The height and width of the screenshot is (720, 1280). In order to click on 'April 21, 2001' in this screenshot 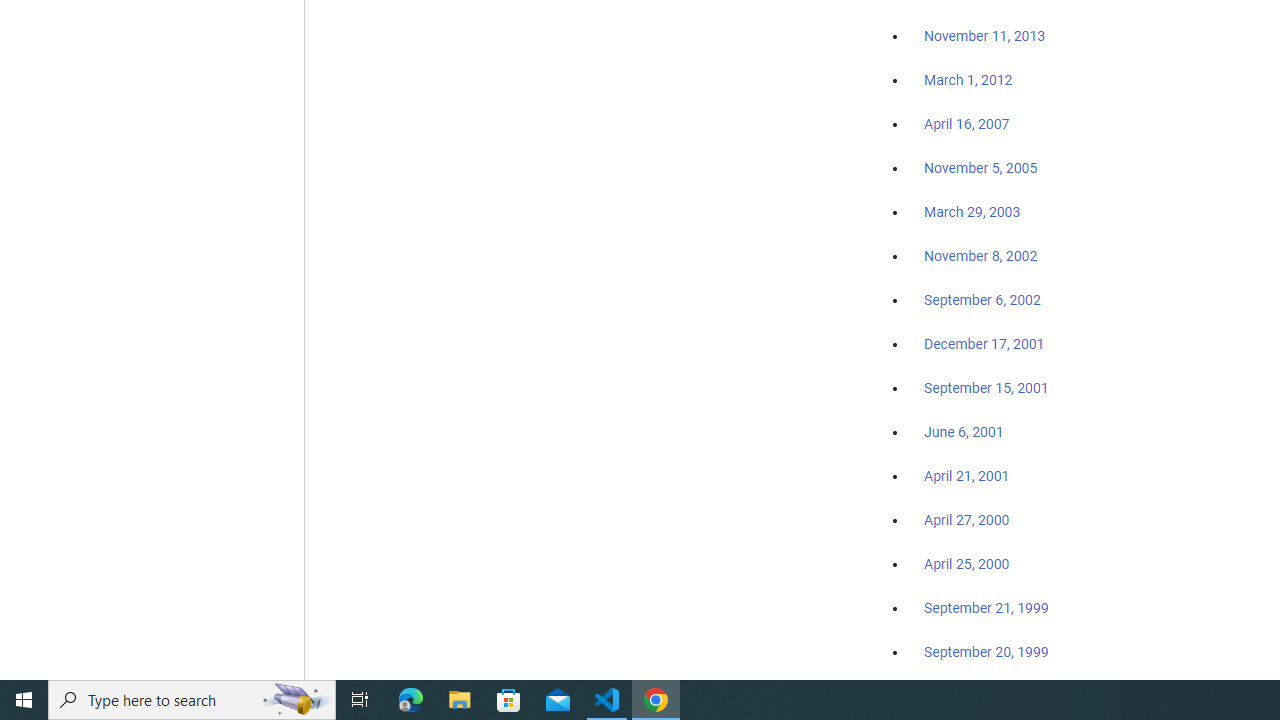, I will do `click(967, 476)`.